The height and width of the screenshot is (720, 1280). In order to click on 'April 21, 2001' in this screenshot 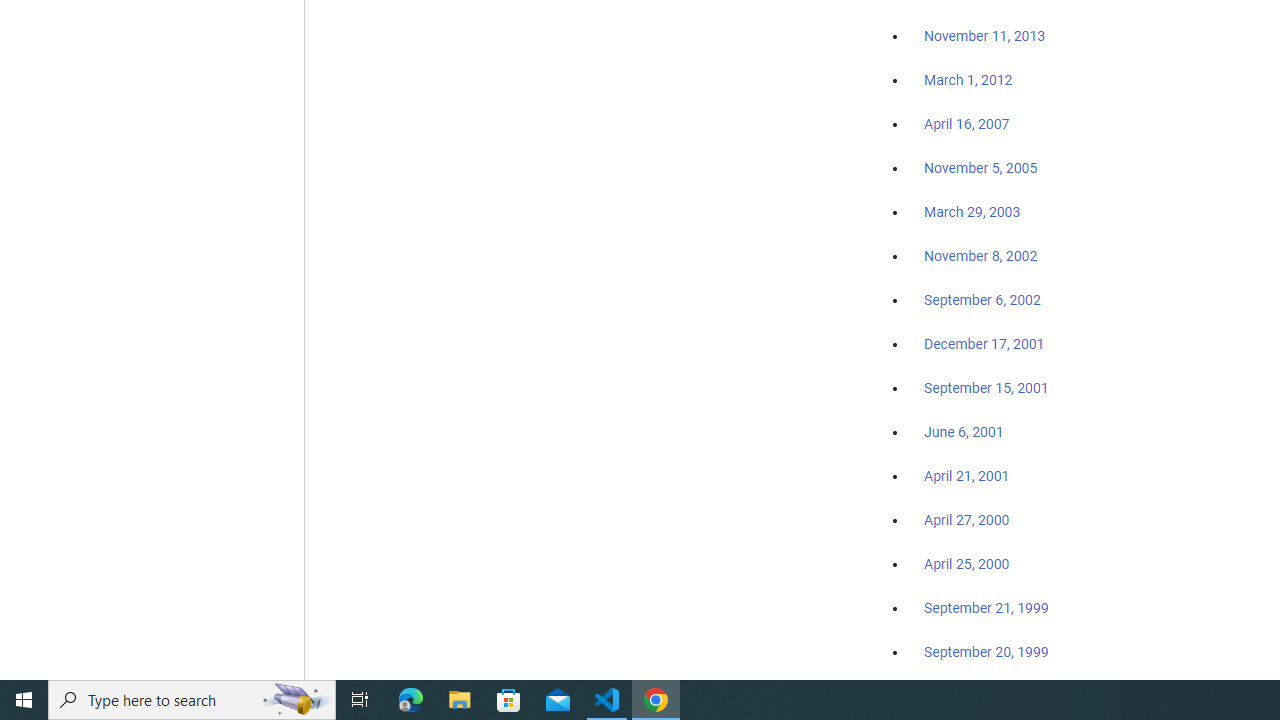, I will do `click(967, 476)`.